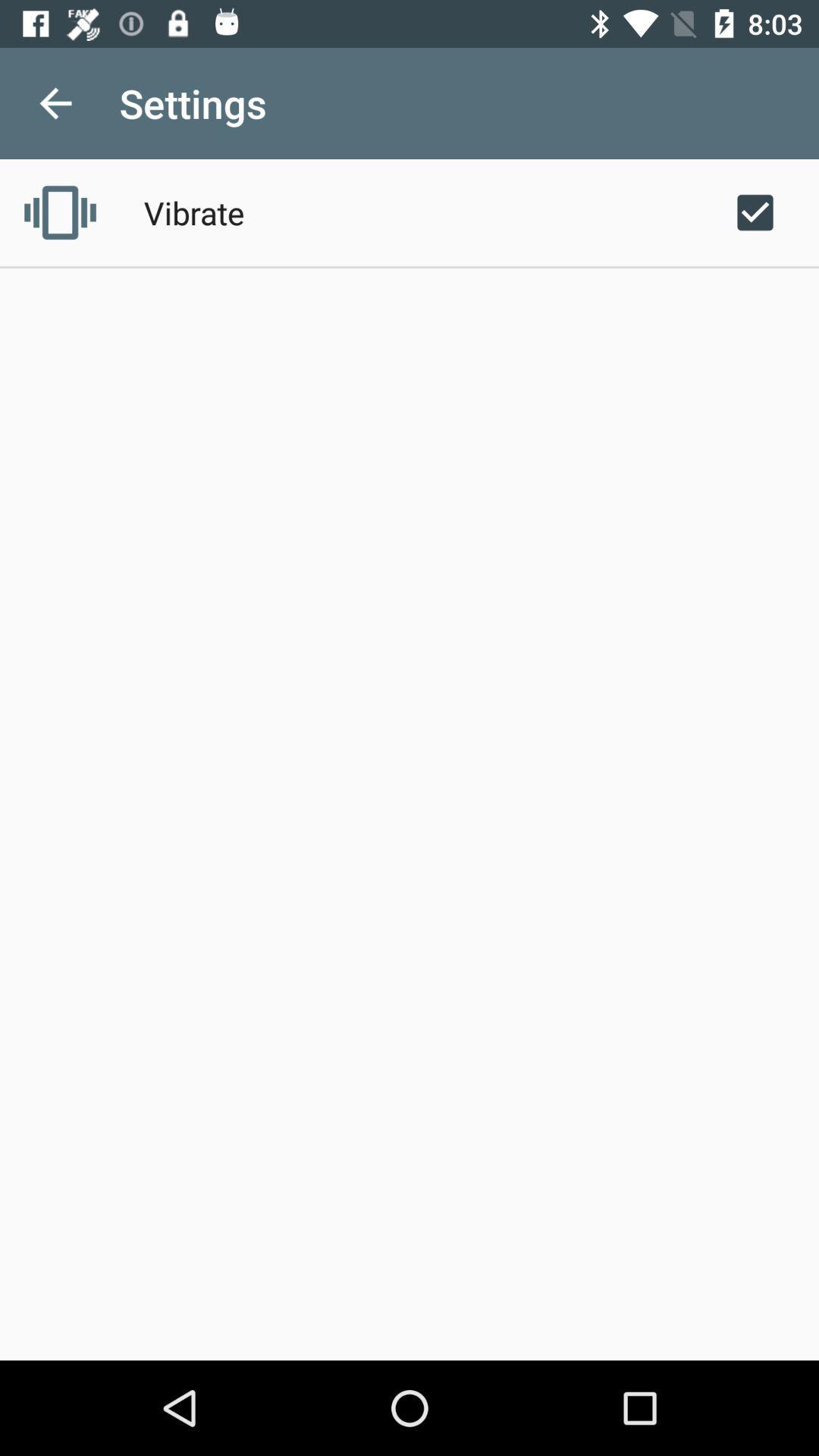 The height and width of the screenshot is (1456, 819). Describe the element at coordinates (755, 212) in the screenshot. I see `the item to the right of vibrate` at that location.